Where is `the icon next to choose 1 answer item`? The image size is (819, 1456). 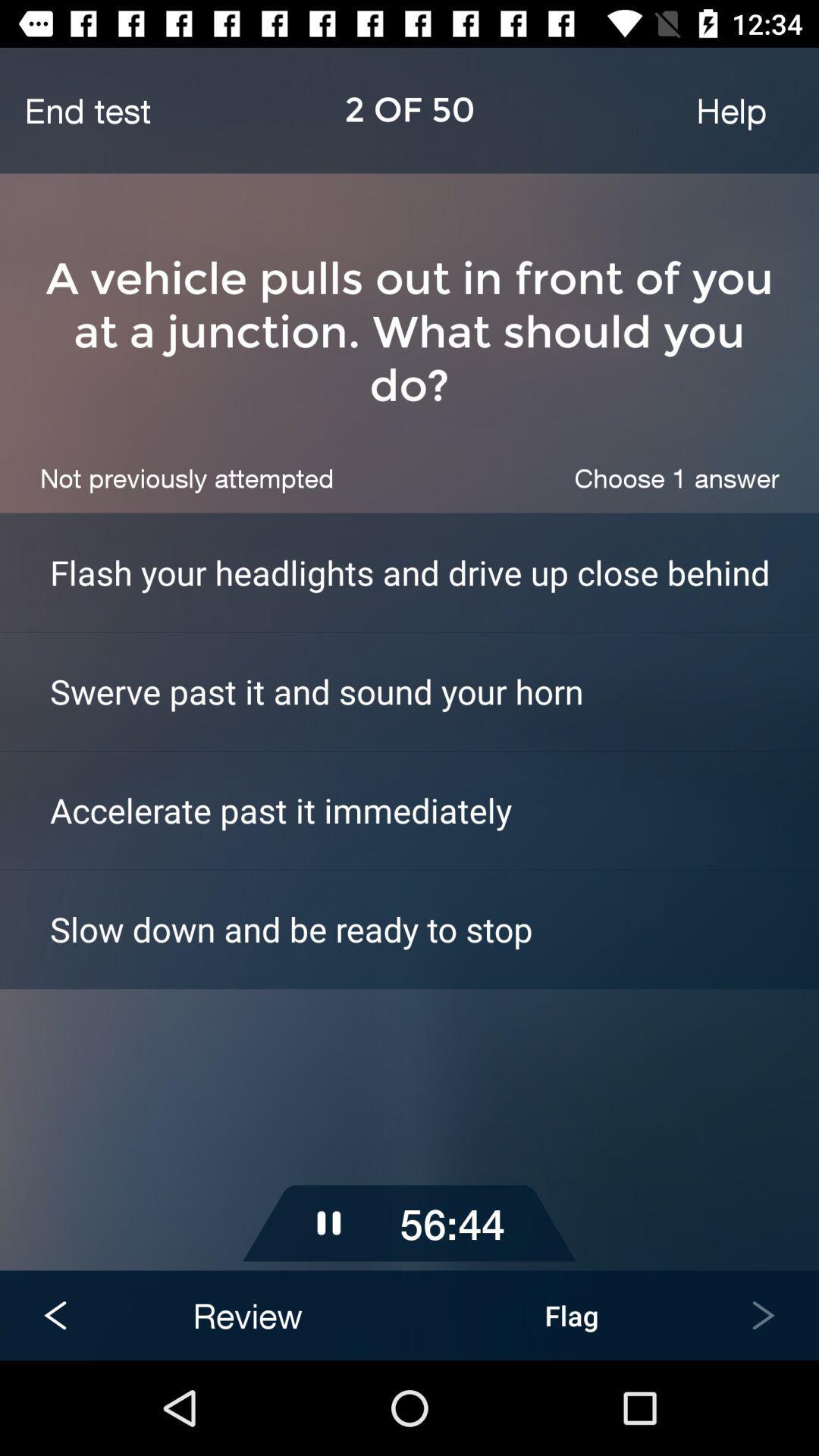
the icon next to choose 1 answer item is located at coordinates (186, 477).